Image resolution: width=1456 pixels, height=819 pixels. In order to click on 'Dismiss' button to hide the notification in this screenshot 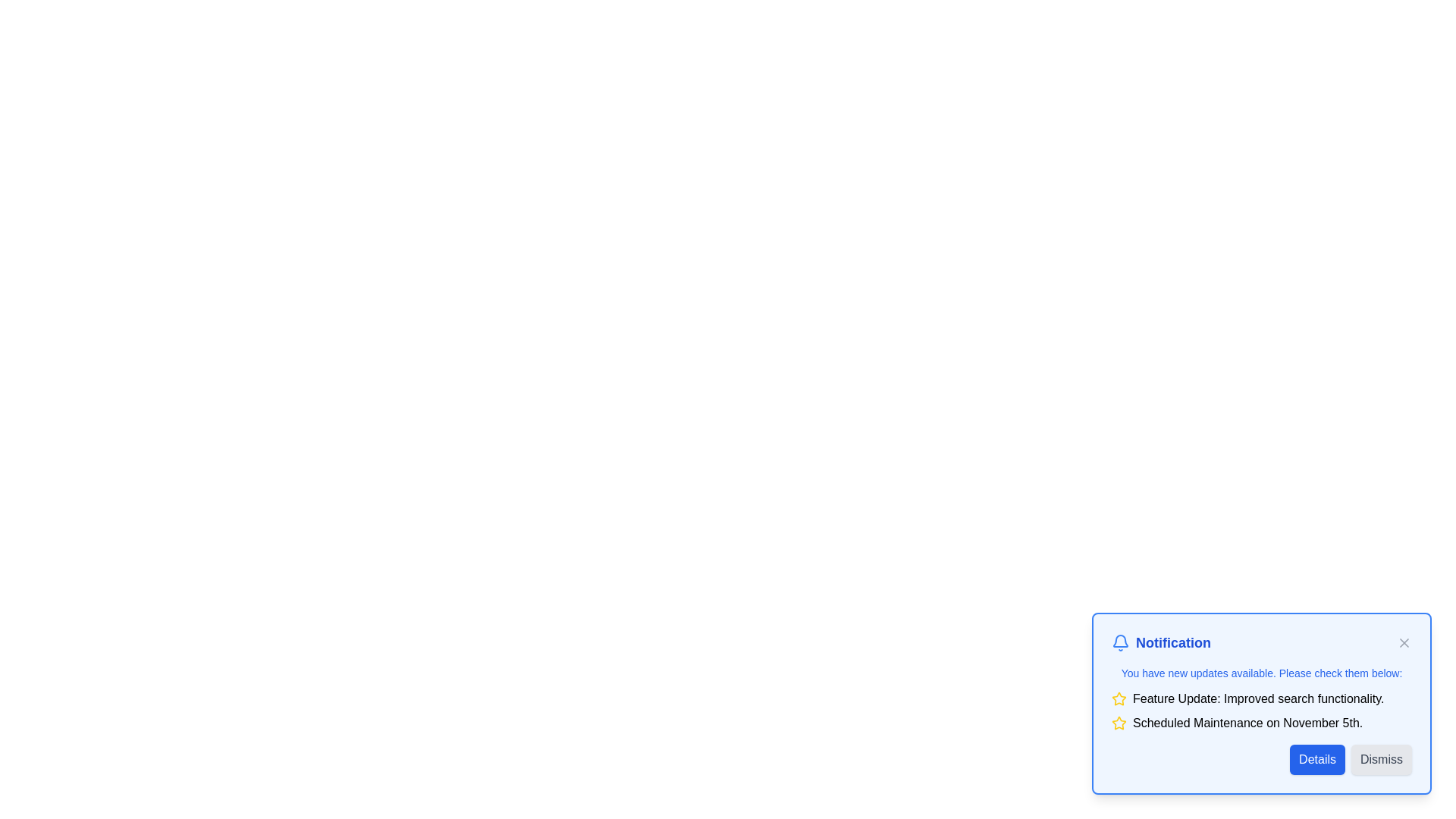, I will do `click(1382, 760)`.